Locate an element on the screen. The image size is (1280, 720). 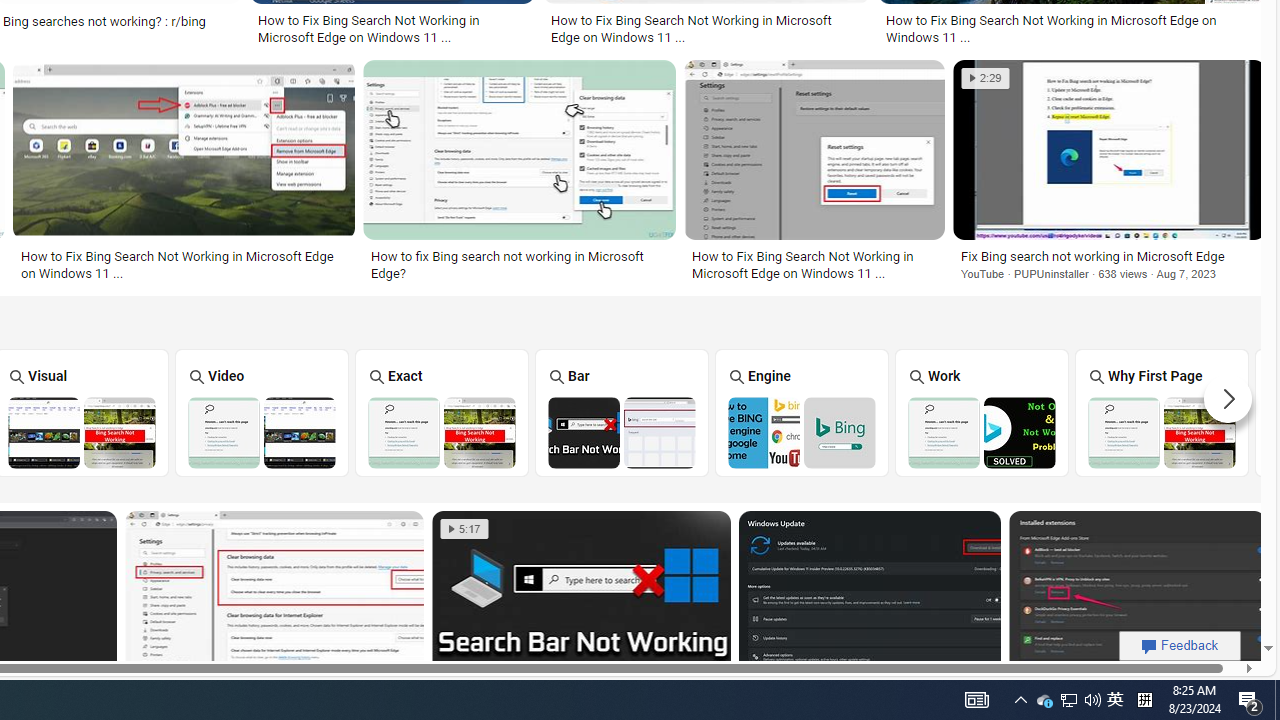
'Bing Video Search Not Working Video' is located at coordinates (261, 411).